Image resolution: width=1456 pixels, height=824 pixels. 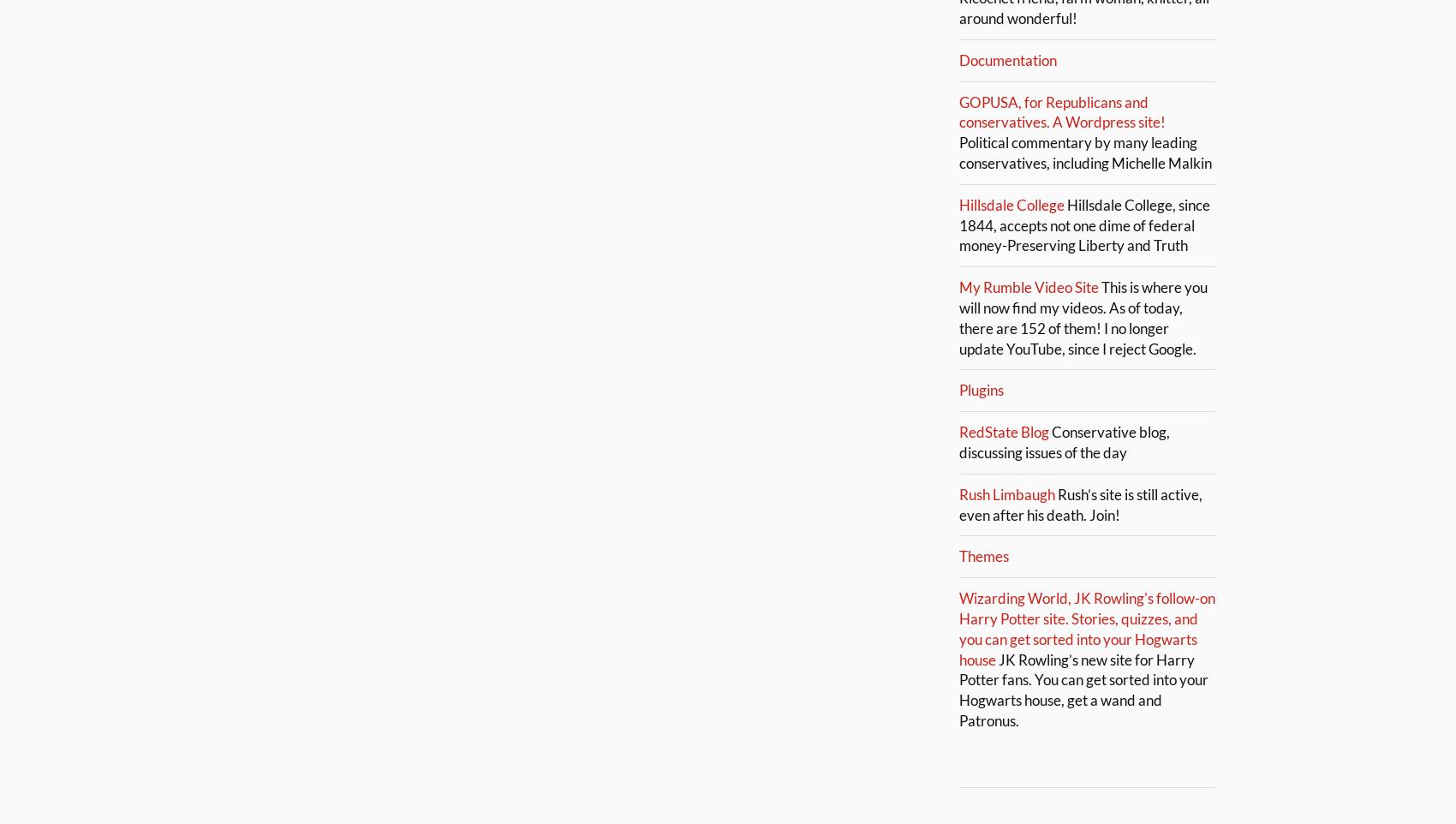 I want to click on 'Hillsdale College', so click(x=1011, y=203).